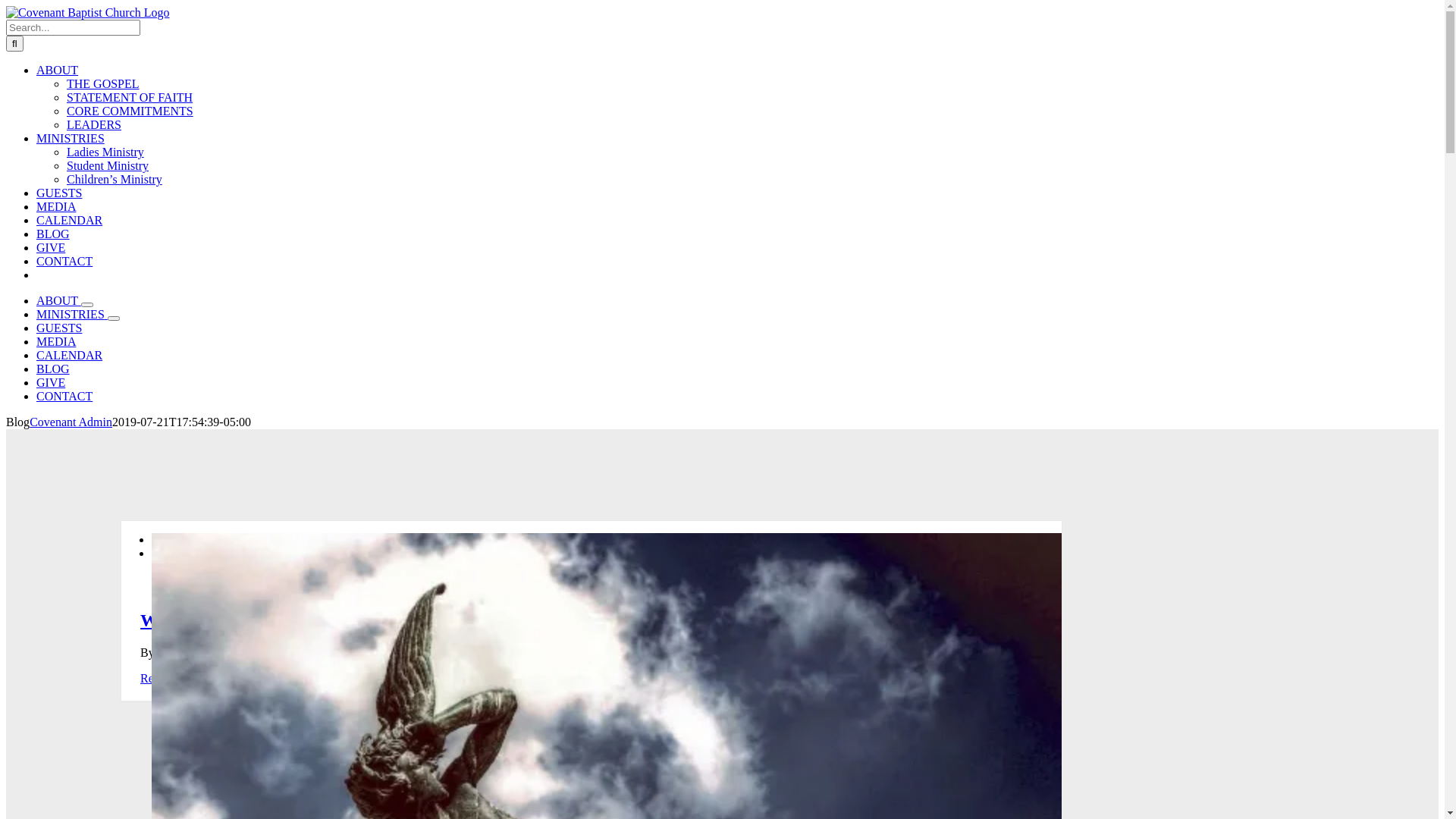  Describe the element at coordinates (55, 341) in the screenshot. I see `'MEDIA'` at that location.